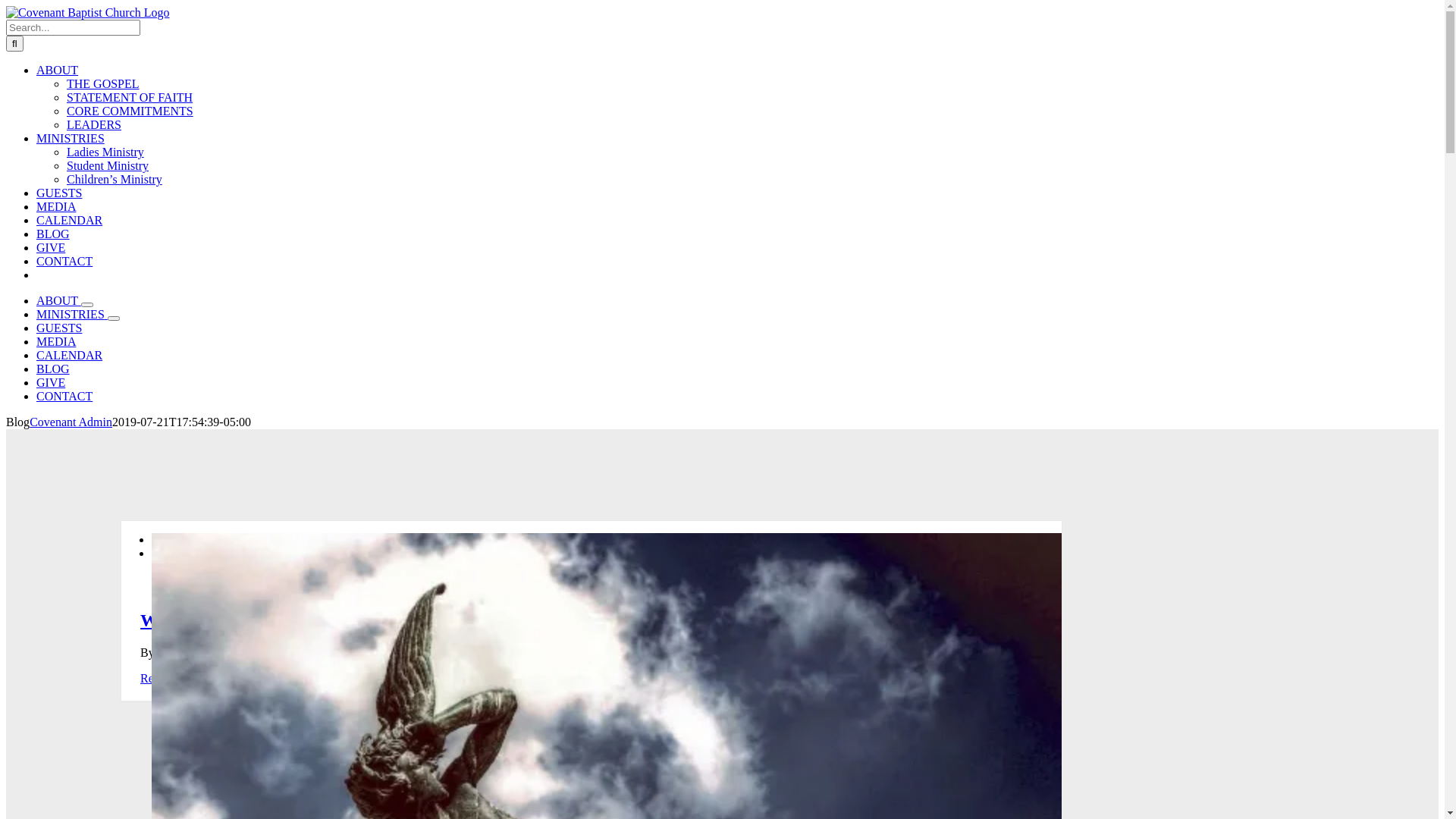  Describe the element at coordinates (55, 341) in the screenshot. I see `'MEDIA'` at that location.